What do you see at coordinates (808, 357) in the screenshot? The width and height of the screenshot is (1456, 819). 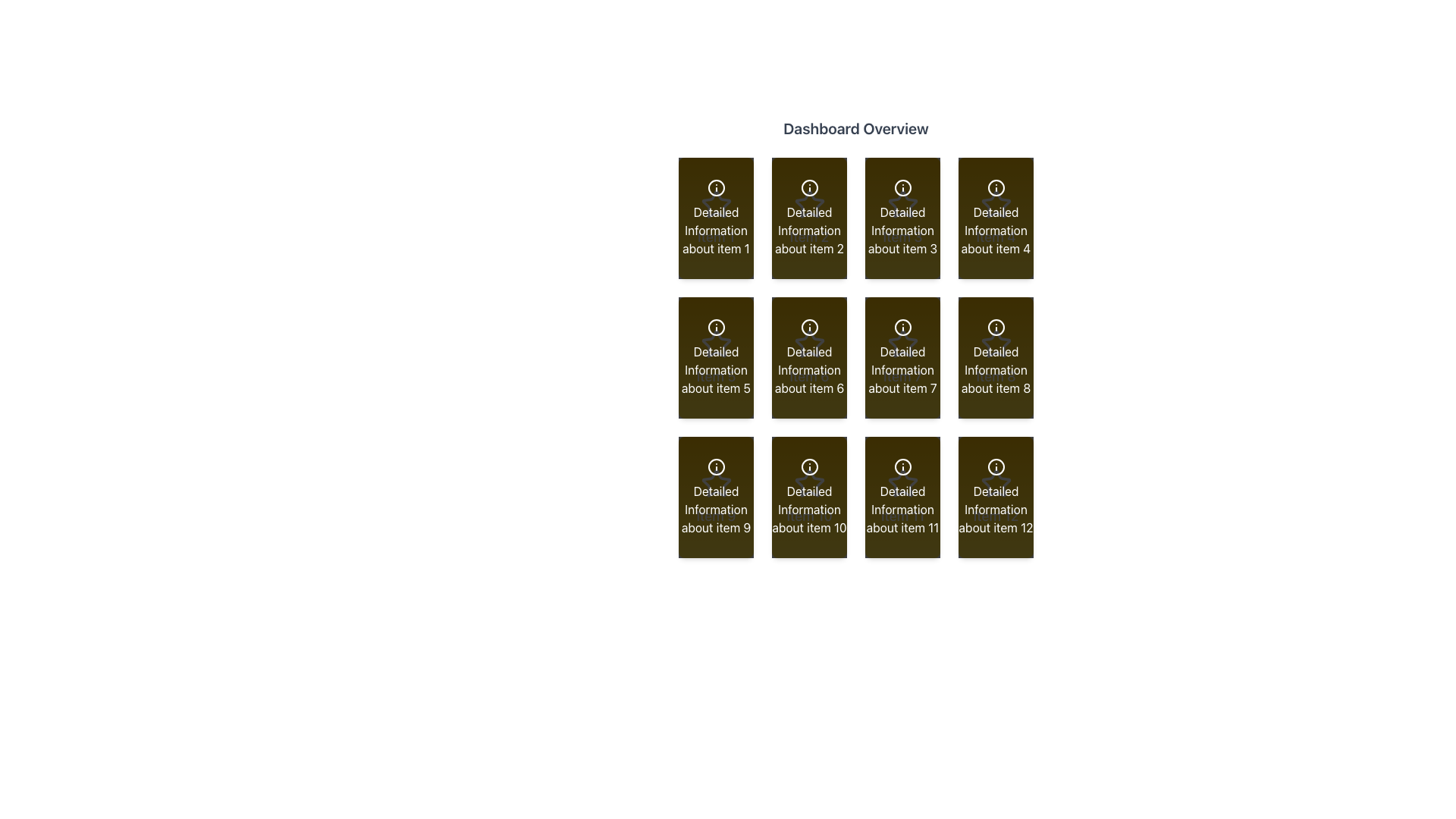 I see `the rectangular tile with a gradient background featuring a white star icon and the label 'Item 6'` at bounding box center [808, 357].